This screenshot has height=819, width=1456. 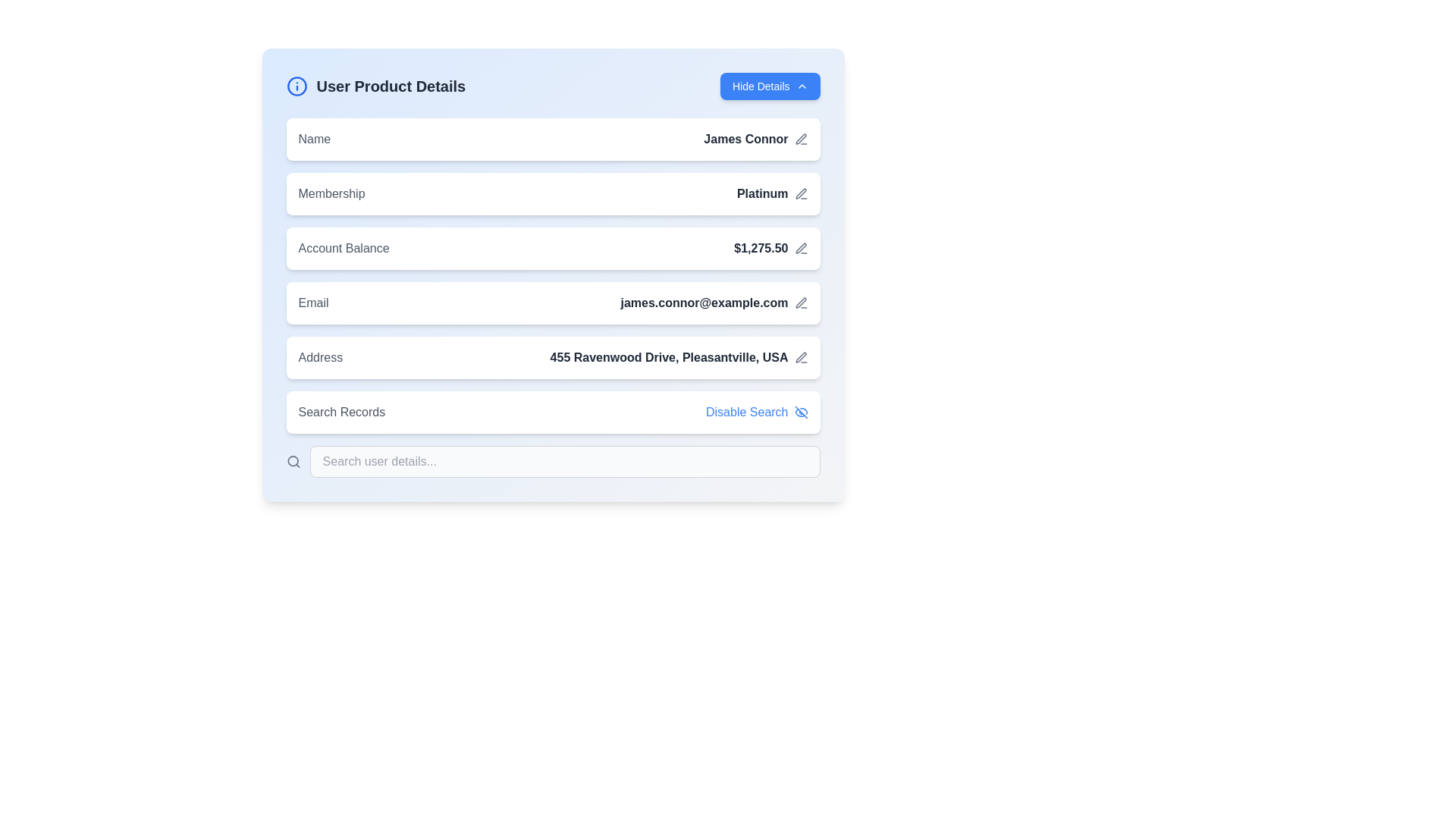 What do you see at coordinates (297, 86) in the screenshot?
I see `the informational icon located to the left of the title 'User Product Details'` at bounding box center [297, 86].